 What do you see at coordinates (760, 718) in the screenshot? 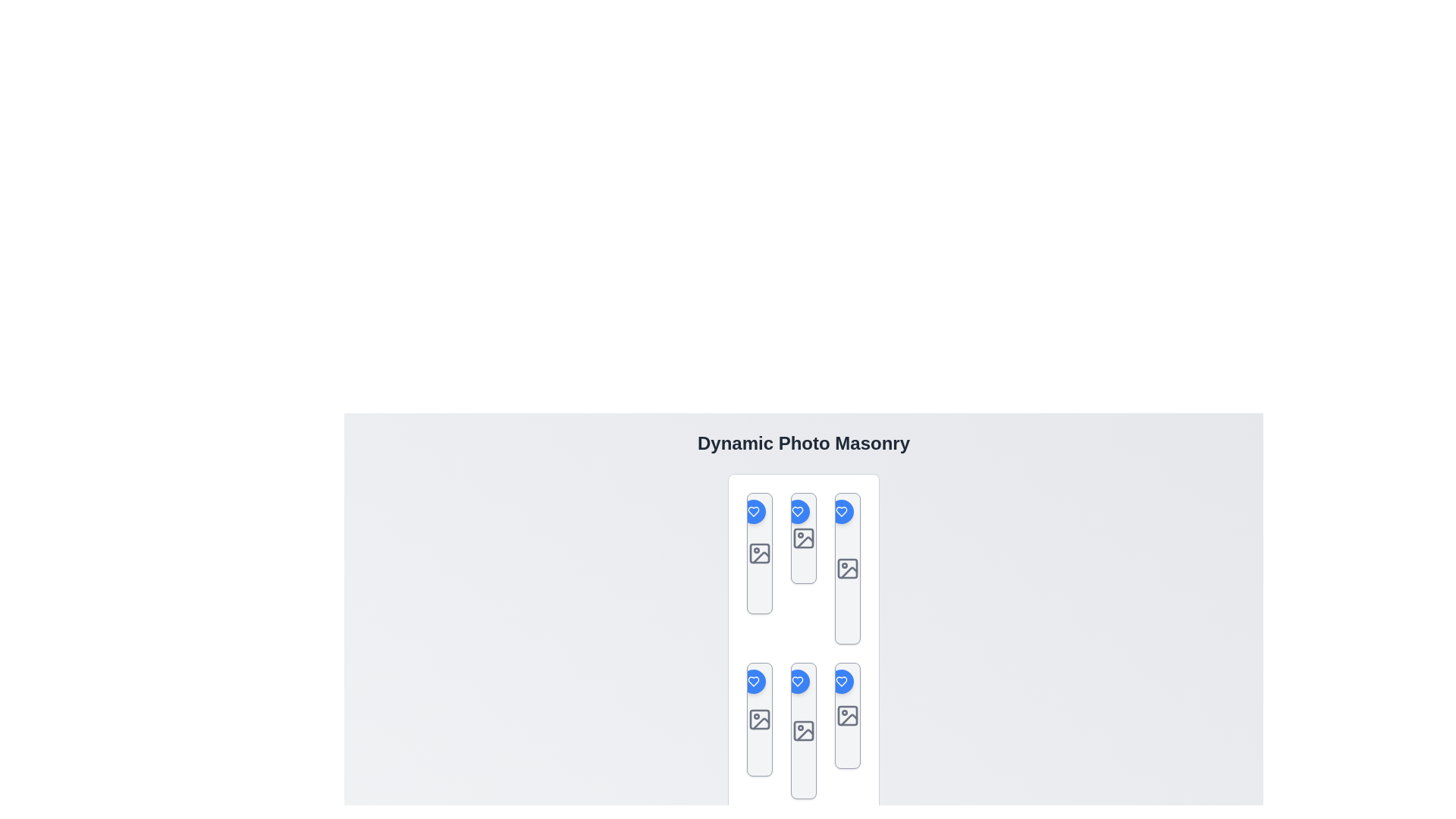
I see `the decorative graphical component, which is a gray square frame with rounded corners located in the lower portion of an image icon in the fourth column and second row of a grid layout` at bounding box center [760, 718].